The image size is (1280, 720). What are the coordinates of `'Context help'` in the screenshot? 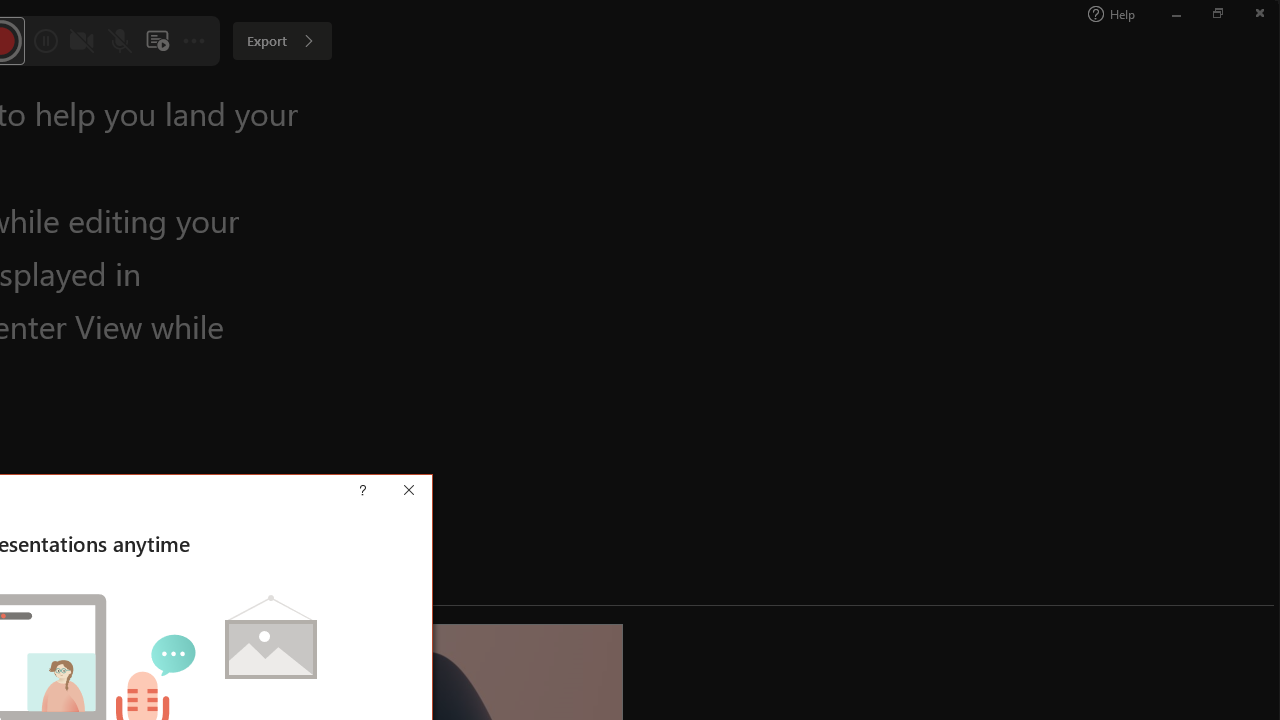 It's located at (392, 492).